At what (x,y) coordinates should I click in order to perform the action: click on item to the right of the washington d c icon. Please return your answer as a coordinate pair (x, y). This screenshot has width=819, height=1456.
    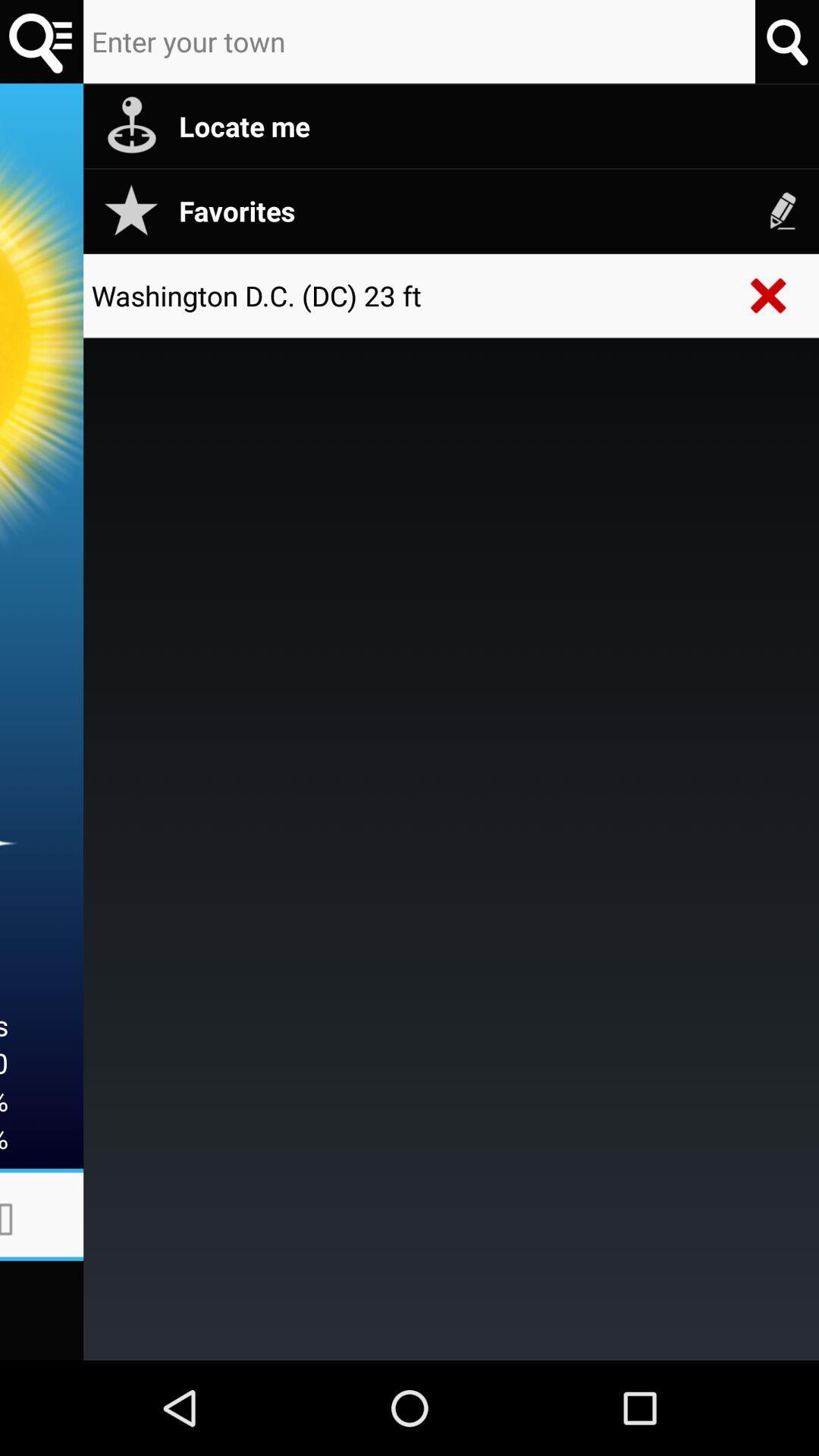
    Looking at the image, I should click on (769, 295).